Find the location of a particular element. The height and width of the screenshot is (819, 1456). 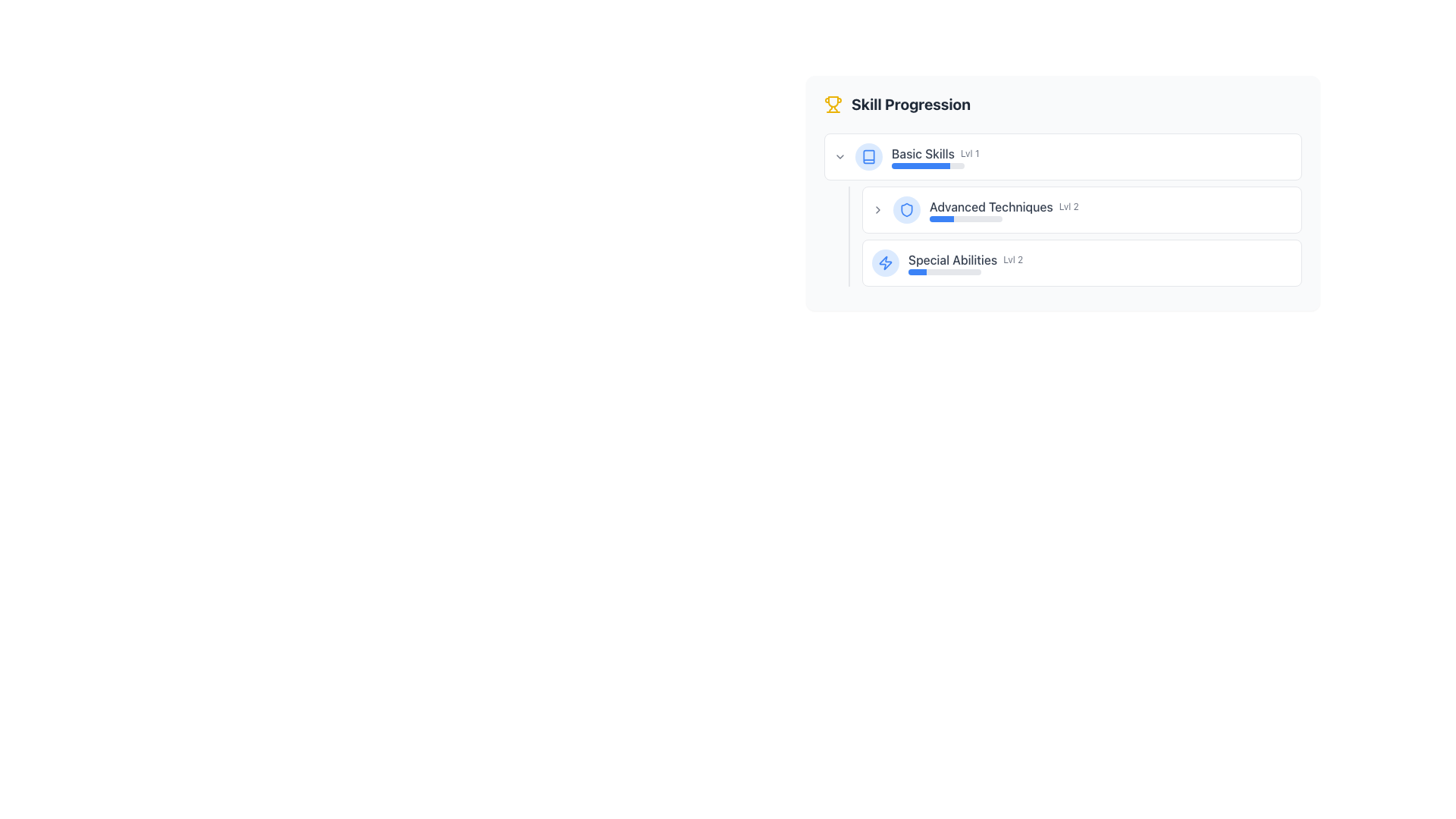

the Text label that identifies a specific skill or category, positioned beneath 'Basic Skills' and above 'Special Abilities', aligned horizontally with an icon to its left is located at coordinates (991, 207).